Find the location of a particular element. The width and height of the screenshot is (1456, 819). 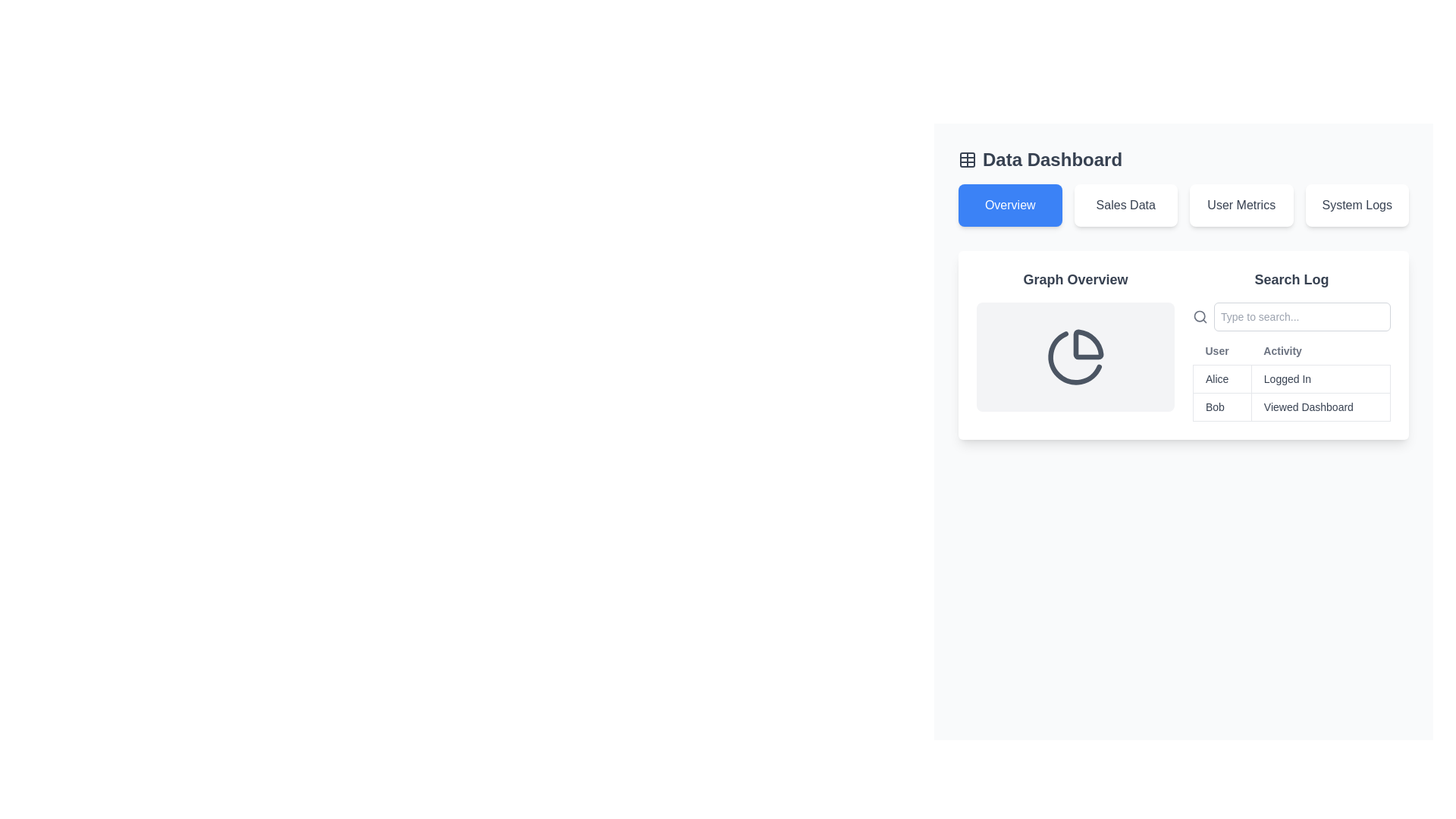

the text label displaying 'Alice' in the 'User' column of the 'Search Log' section, which is the first entry in the table is located at coordinates (1222, 378).